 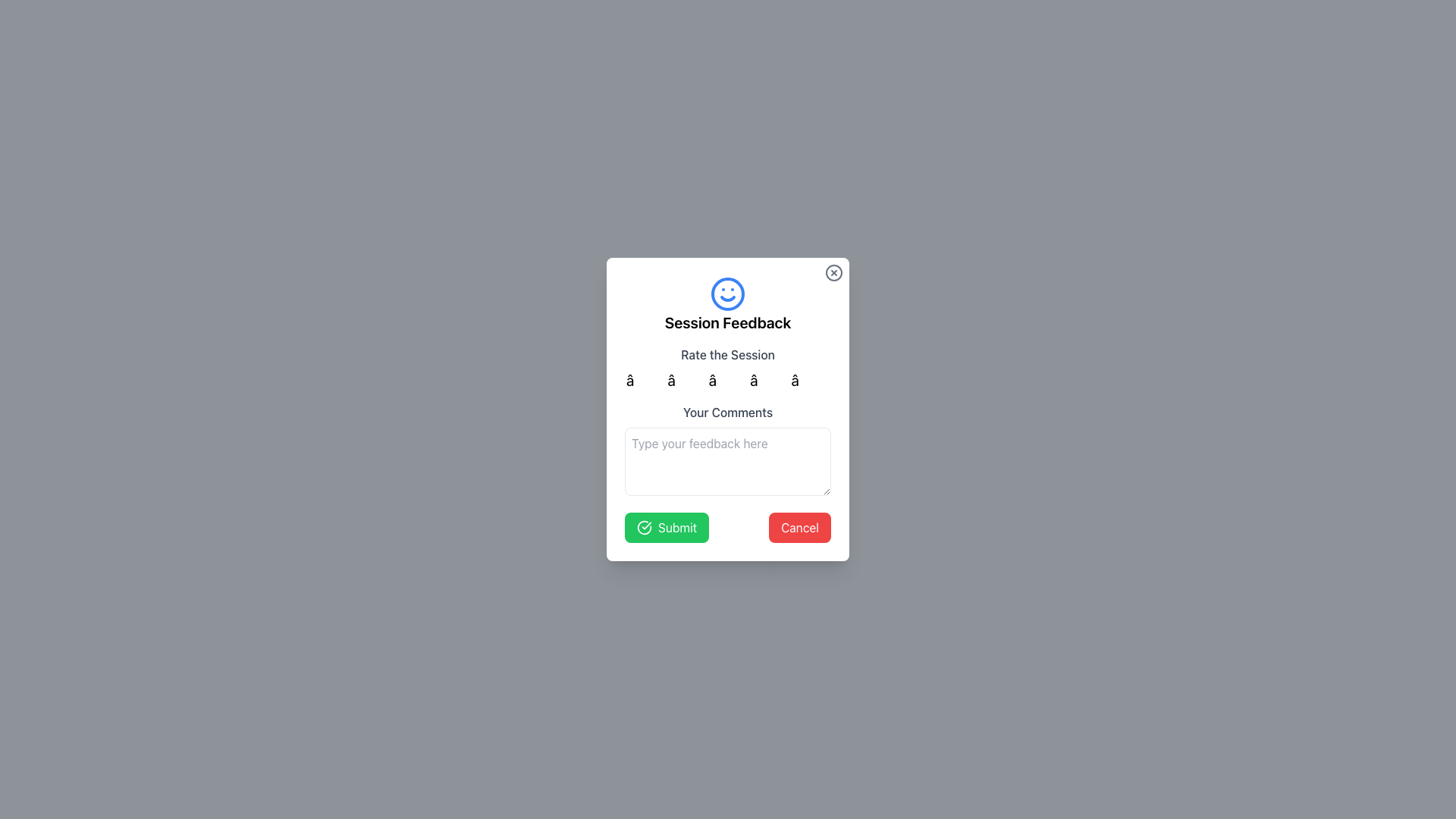 I want to click on the text label that serves as the modal title for user feedback, positioned at the center of the modal's header section below the blue smiling face icon, so click(x=728, y=322).